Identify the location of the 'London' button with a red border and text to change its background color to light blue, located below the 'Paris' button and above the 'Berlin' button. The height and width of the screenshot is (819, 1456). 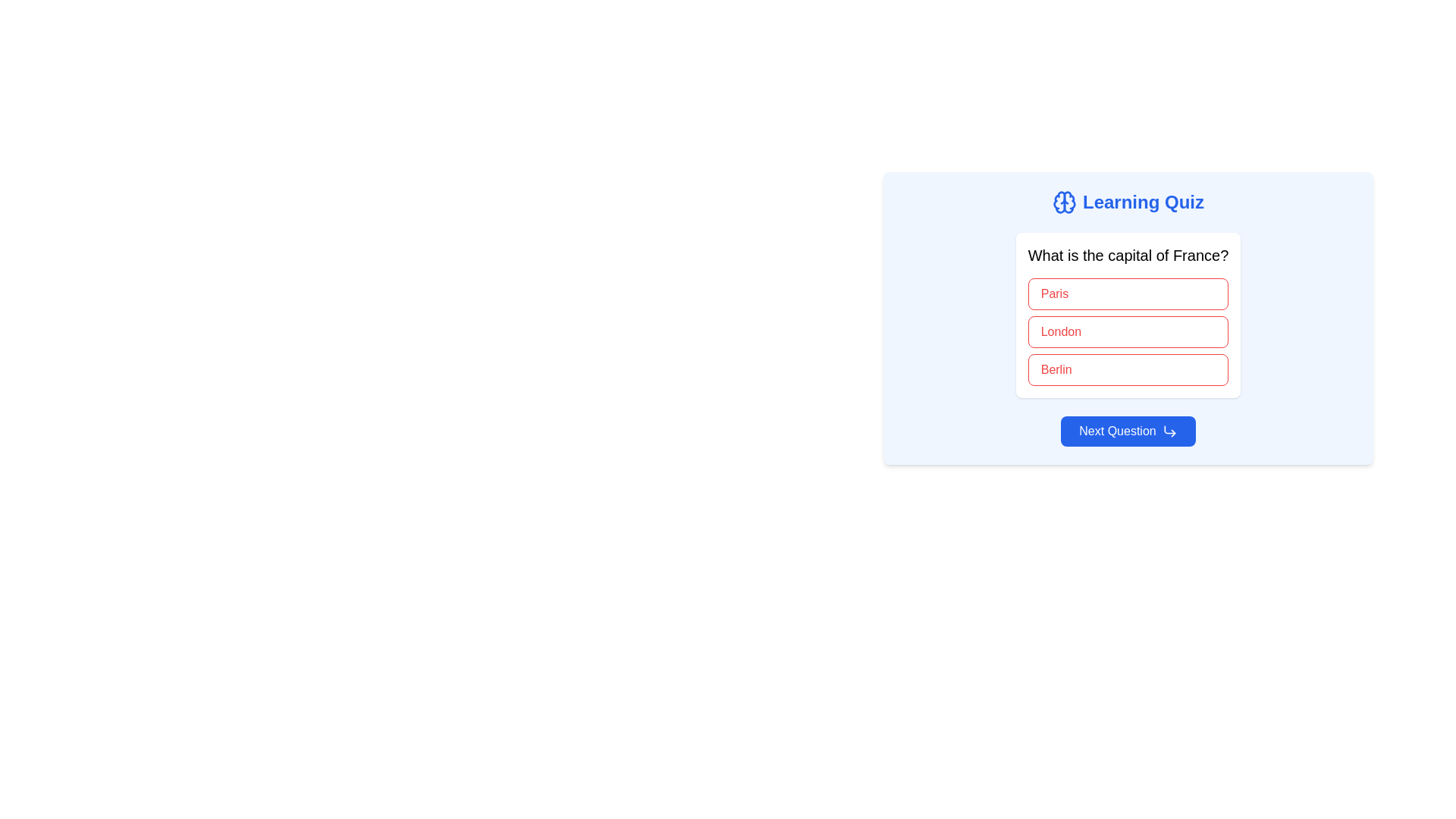
(1128, 331).